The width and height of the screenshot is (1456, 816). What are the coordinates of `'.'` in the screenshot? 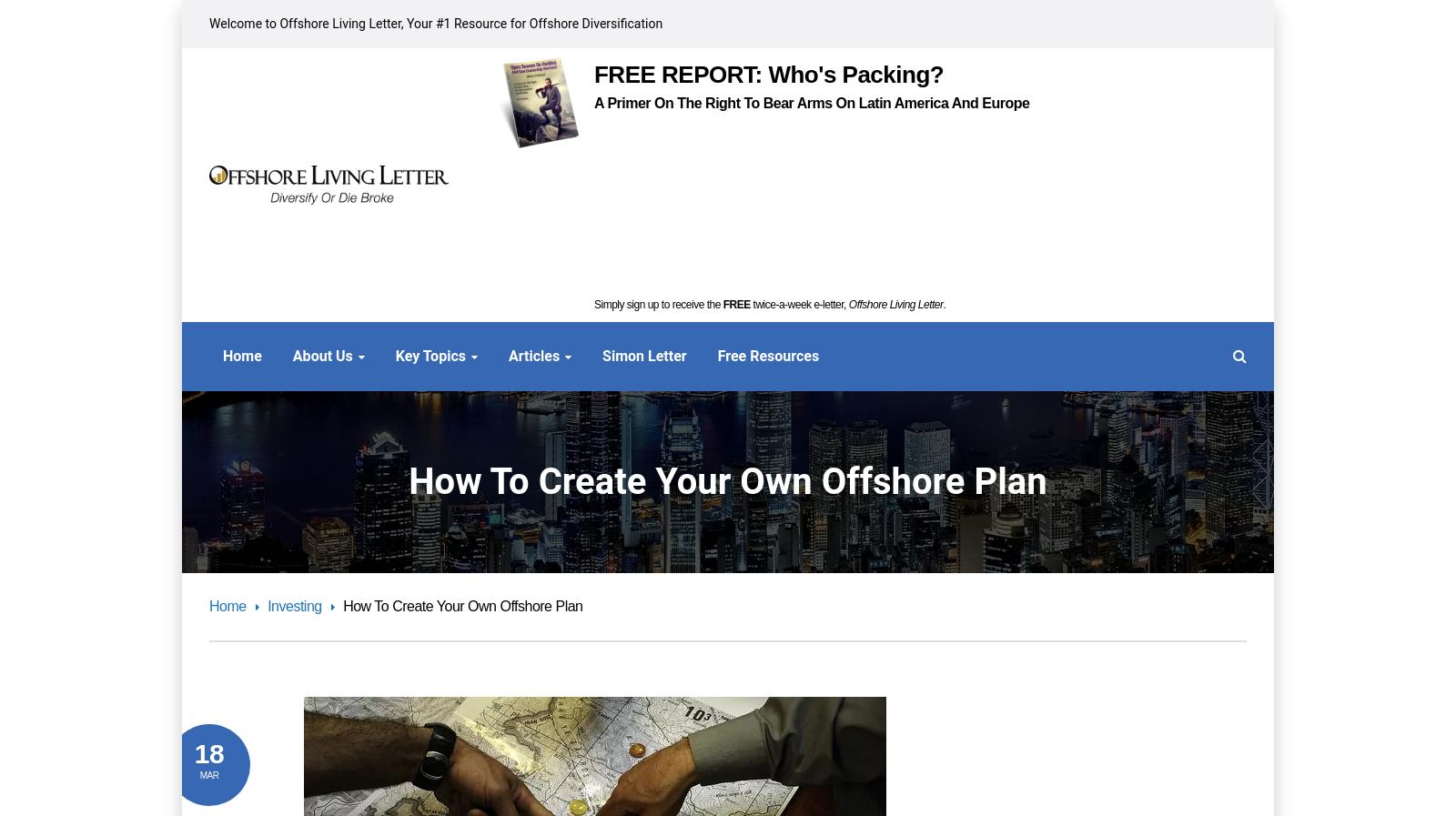 It's located at (944, 304).